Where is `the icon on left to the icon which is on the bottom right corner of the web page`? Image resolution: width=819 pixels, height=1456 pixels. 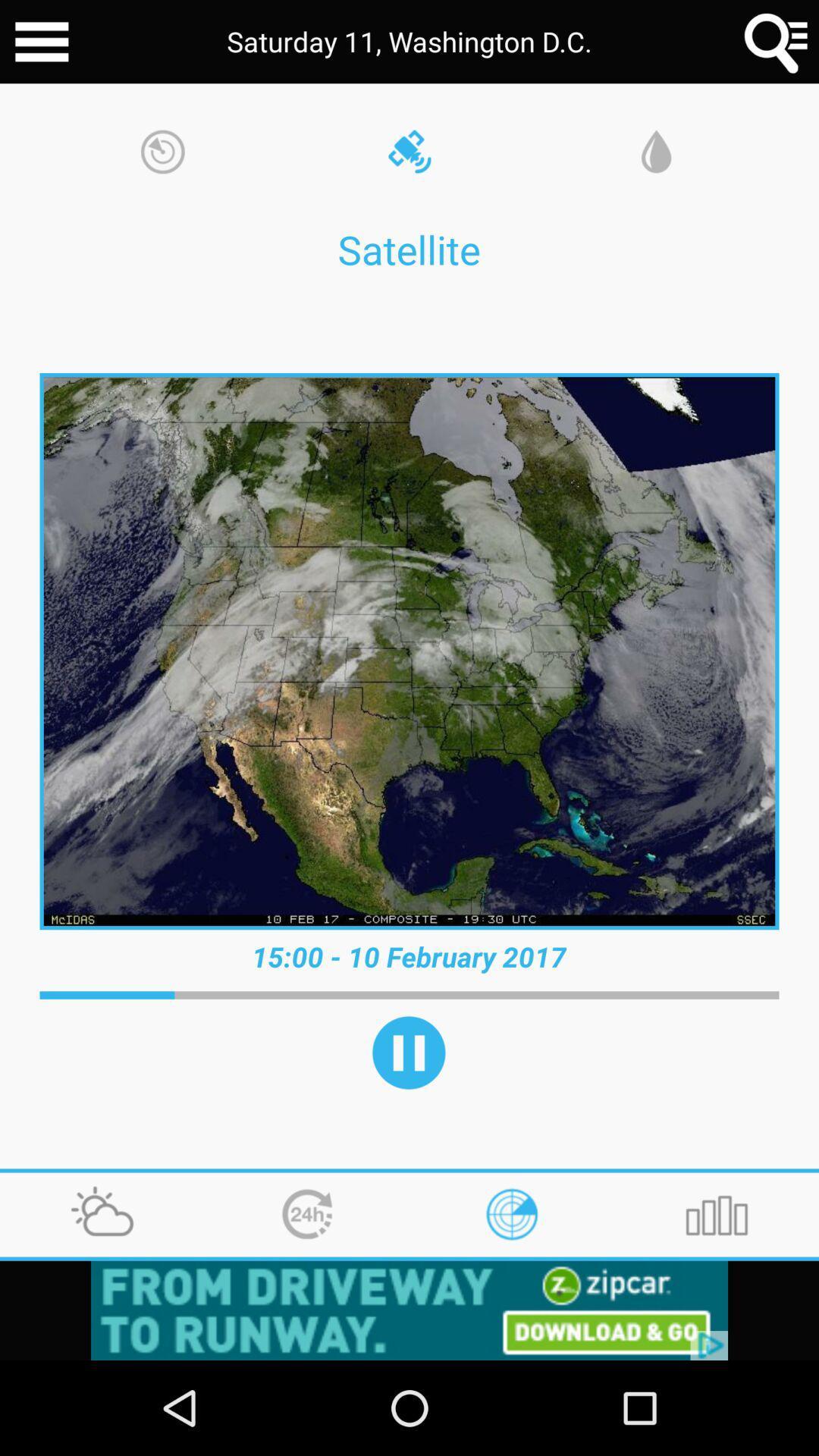
the icon on left to the icon which is on the bottom right corner of the web page is located at coordinates (512, 1215).